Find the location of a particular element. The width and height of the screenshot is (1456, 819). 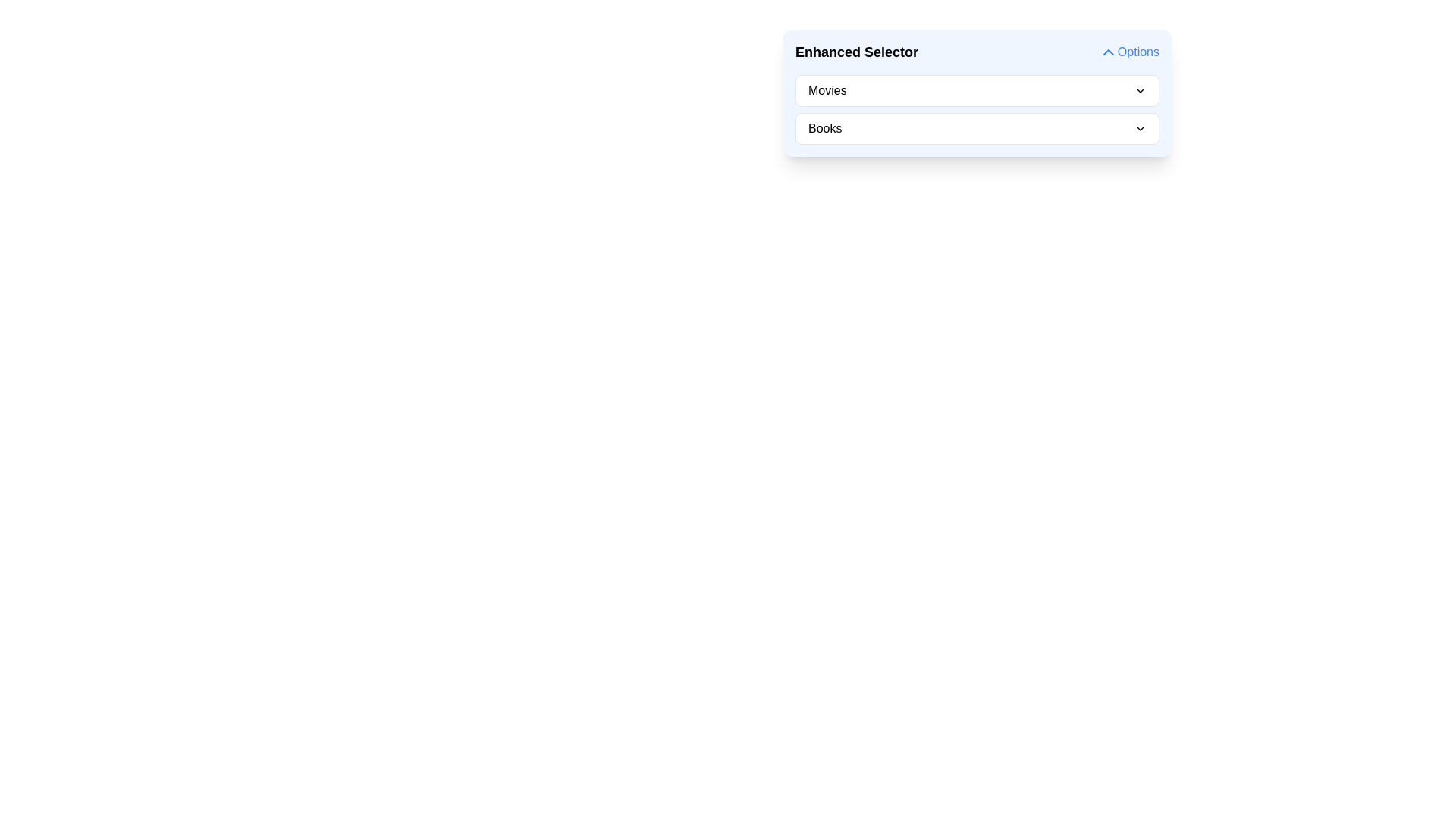

the 'Options' hyperlink, which is styled in blue text and has an upward arrow icon adjacent to it, located in the upper right corner of the 'Enhanced Selector' component is located at coordinates (1128, 52).